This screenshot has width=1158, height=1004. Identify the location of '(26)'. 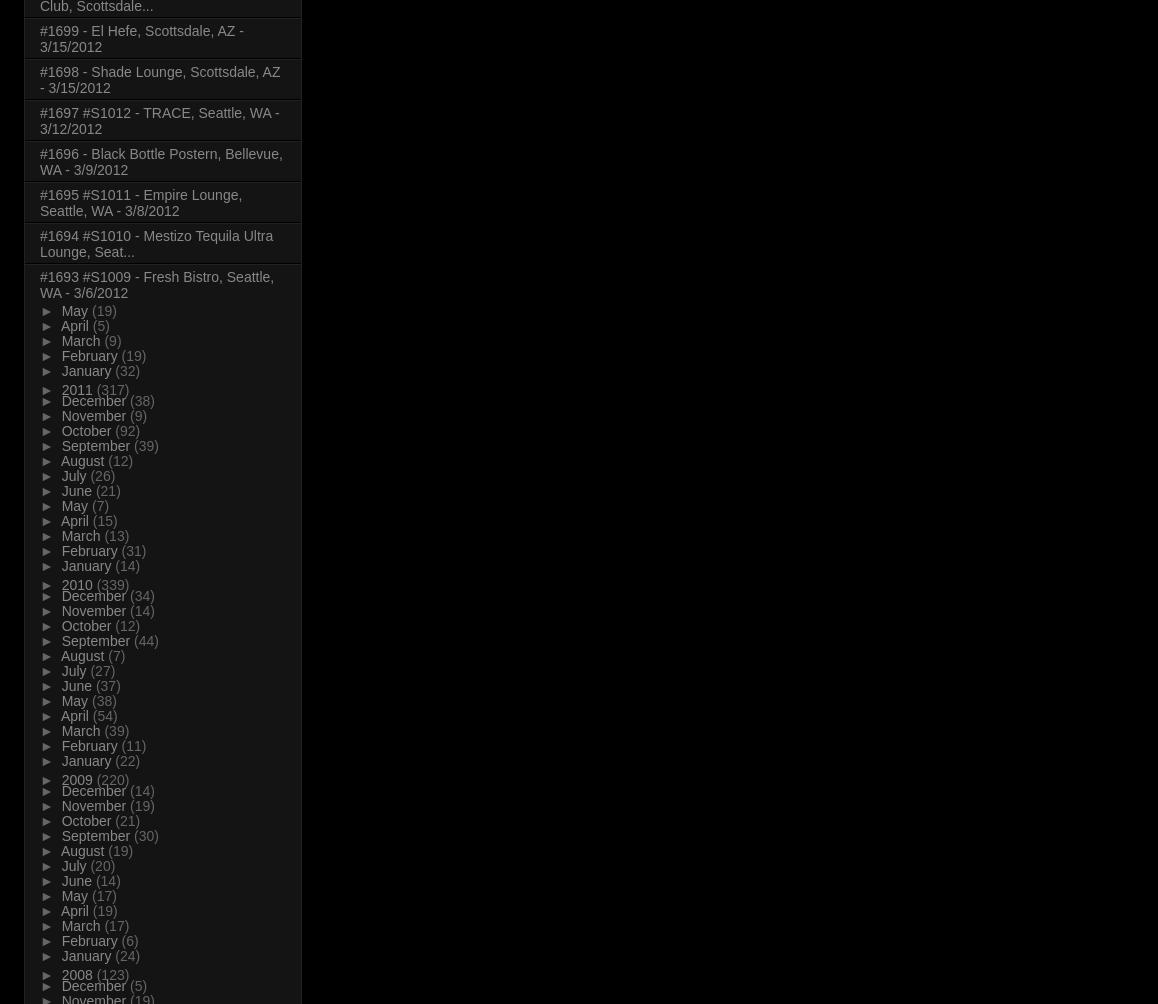
(89, 474).